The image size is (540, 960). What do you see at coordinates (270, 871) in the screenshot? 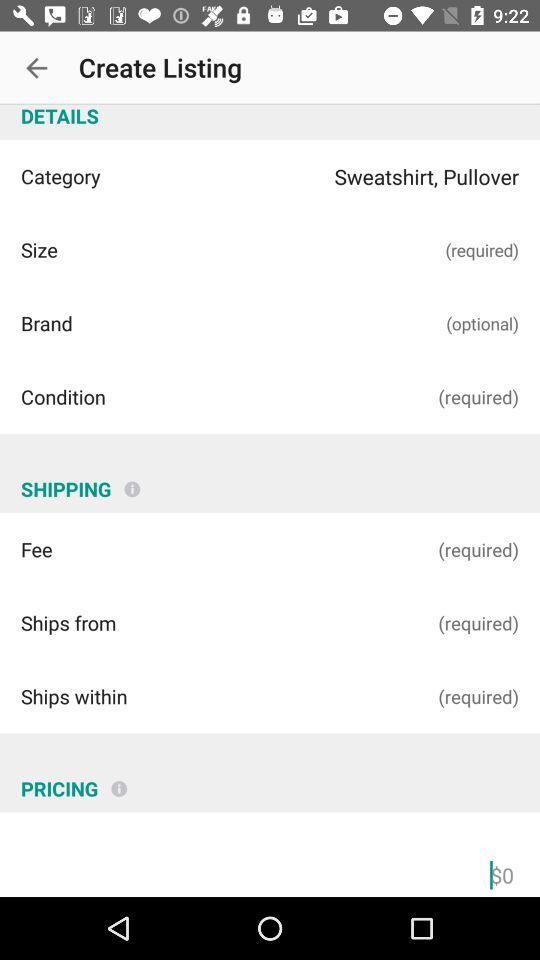
I see `price field` at bounding box center [270, 871].